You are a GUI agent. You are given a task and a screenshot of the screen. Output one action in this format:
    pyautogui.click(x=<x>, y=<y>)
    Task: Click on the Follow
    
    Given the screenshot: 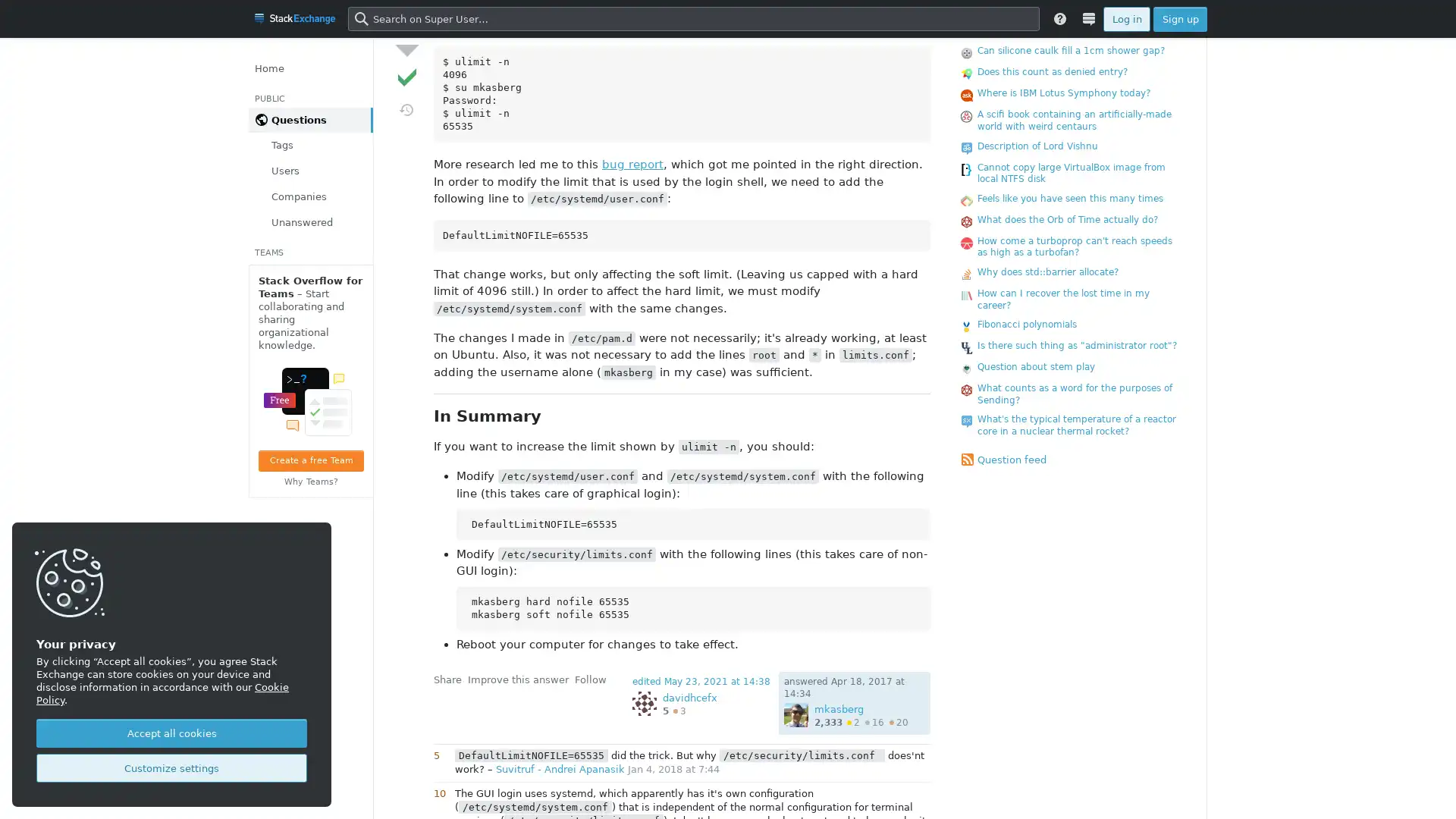 What is the action you would take?
    pyautogui.click(x=589, y=678)
    